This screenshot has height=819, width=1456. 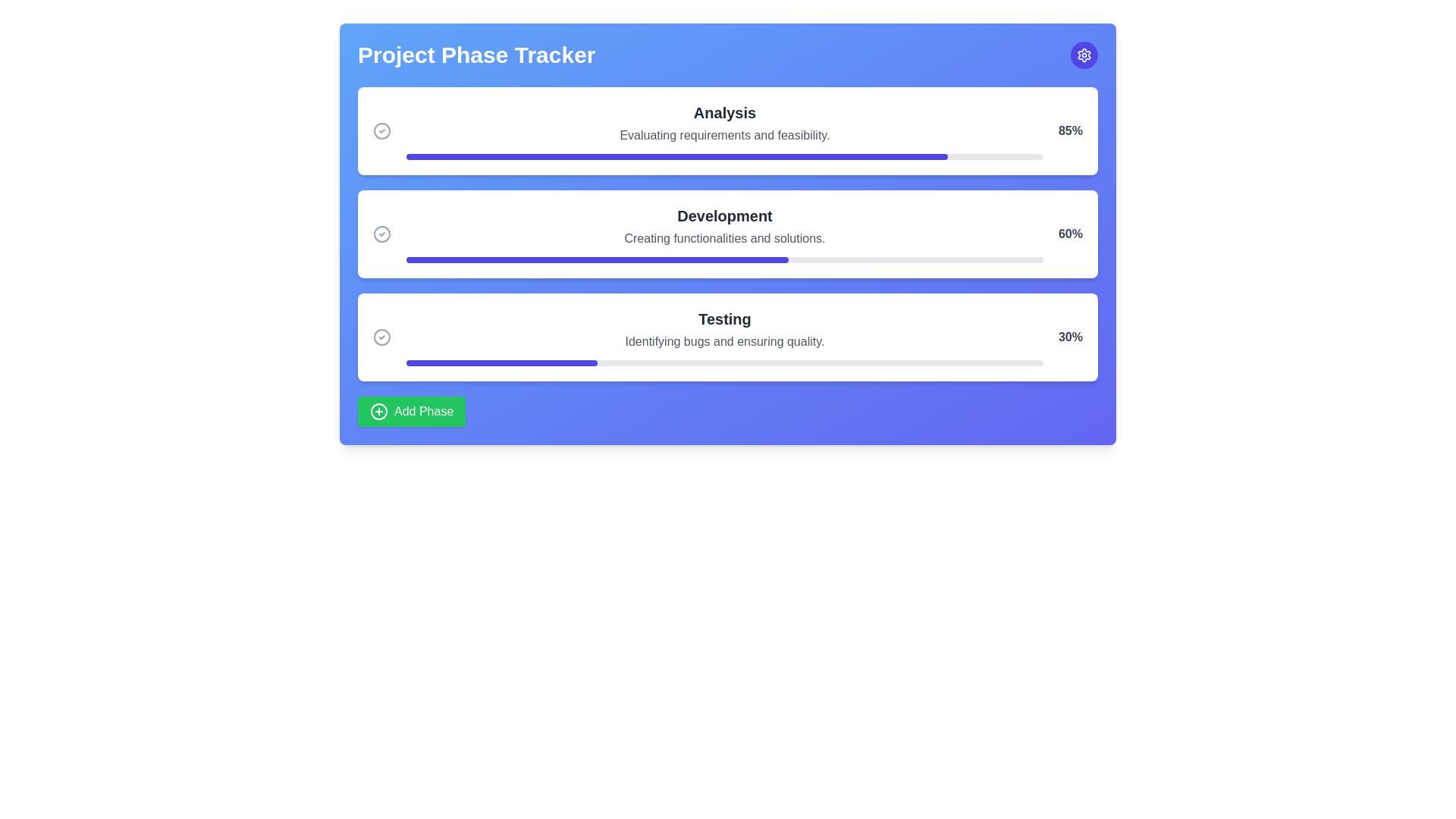 I want to click on text label displaying '60%' located in the rightmost portion of the 'Development' progress card, which is the middle card among three stacked vertically, so click(x=1069, y=234).